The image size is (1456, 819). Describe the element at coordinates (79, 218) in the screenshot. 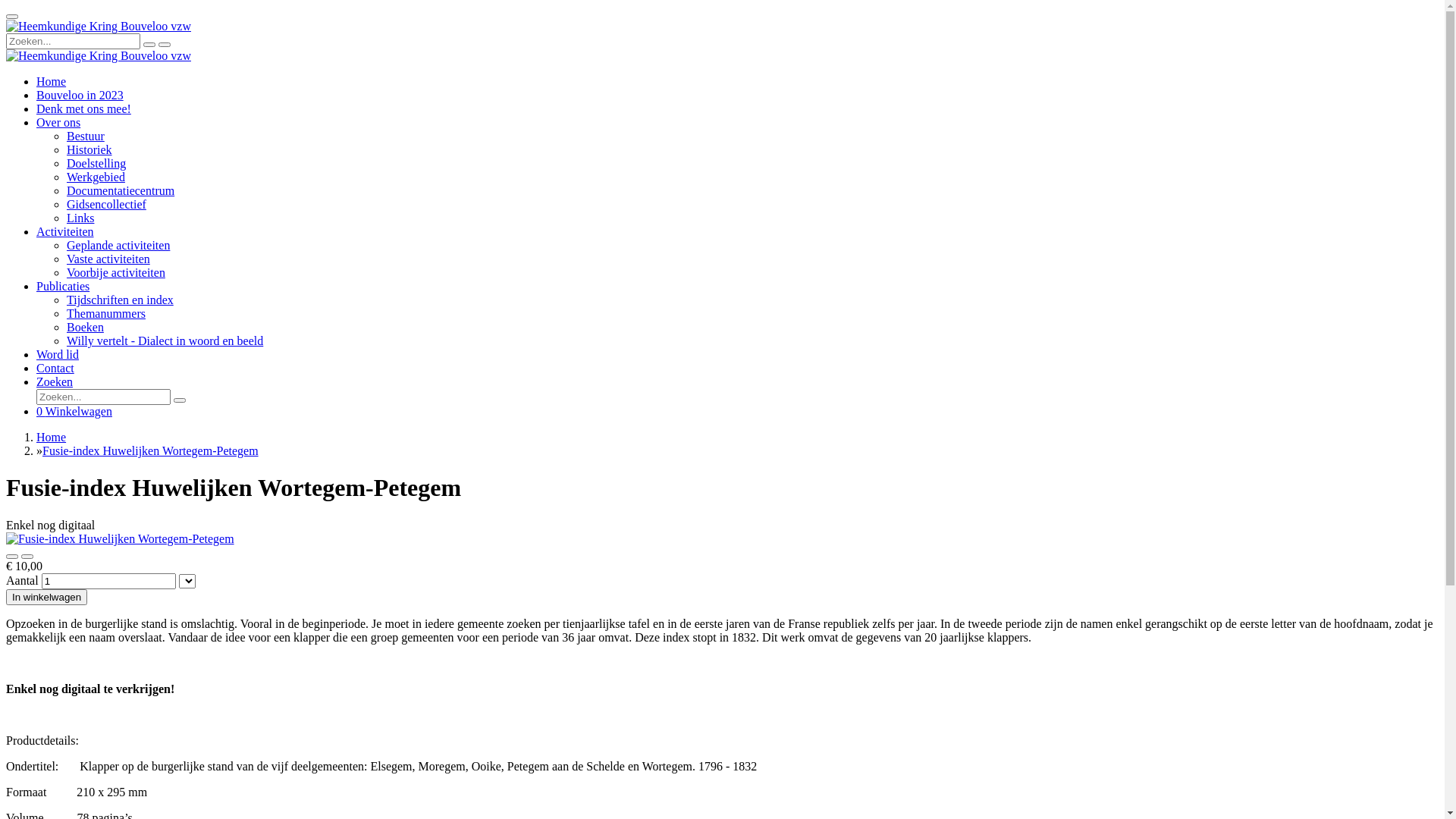

I see `'Links'` at that location.